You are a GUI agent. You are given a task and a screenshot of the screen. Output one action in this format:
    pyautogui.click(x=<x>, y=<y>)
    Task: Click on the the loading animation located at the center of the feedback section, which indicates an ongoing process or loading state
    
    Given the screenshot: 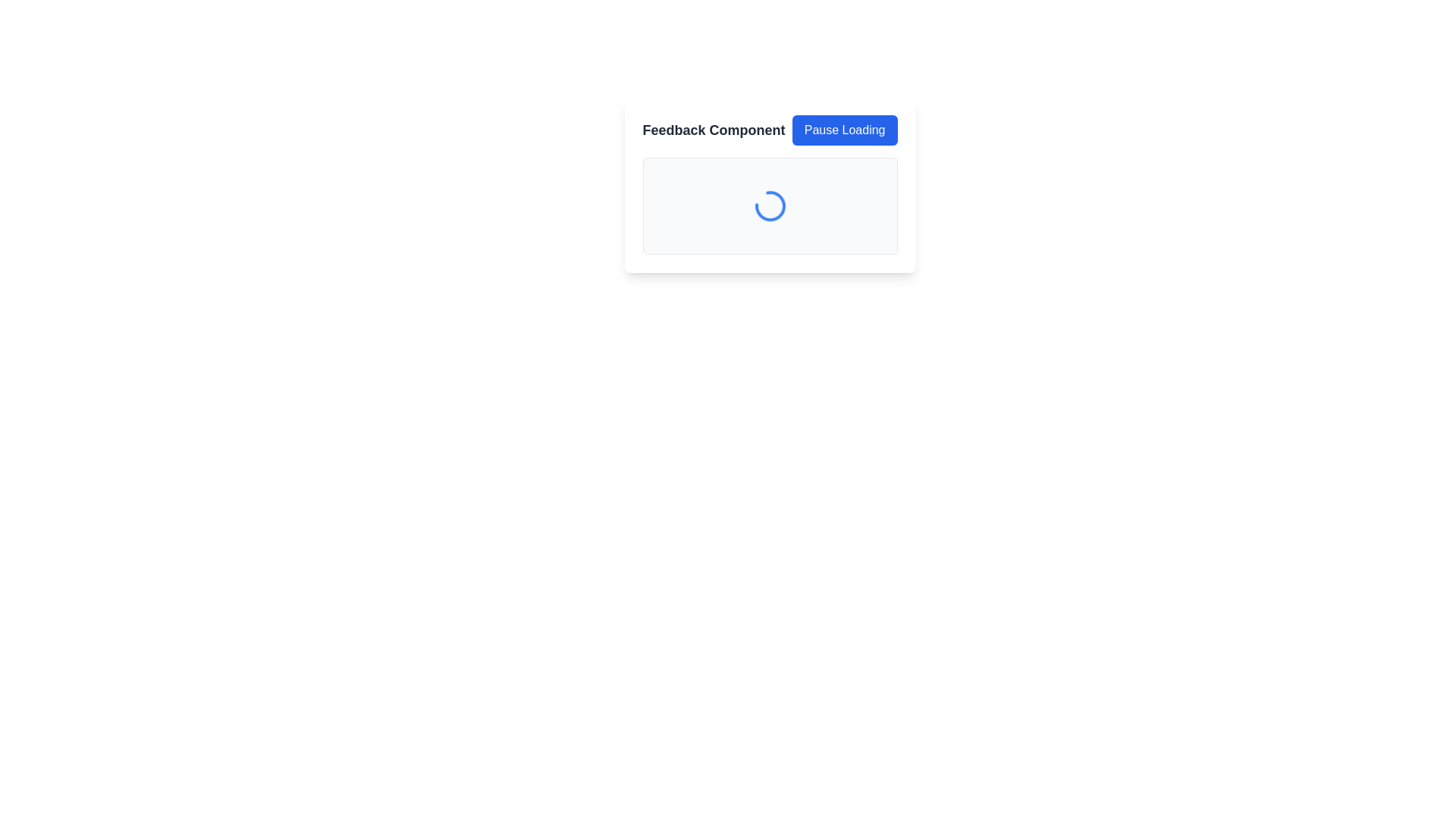 What is the action you would take?
    pyautogui.click(x=770, y=206)
    